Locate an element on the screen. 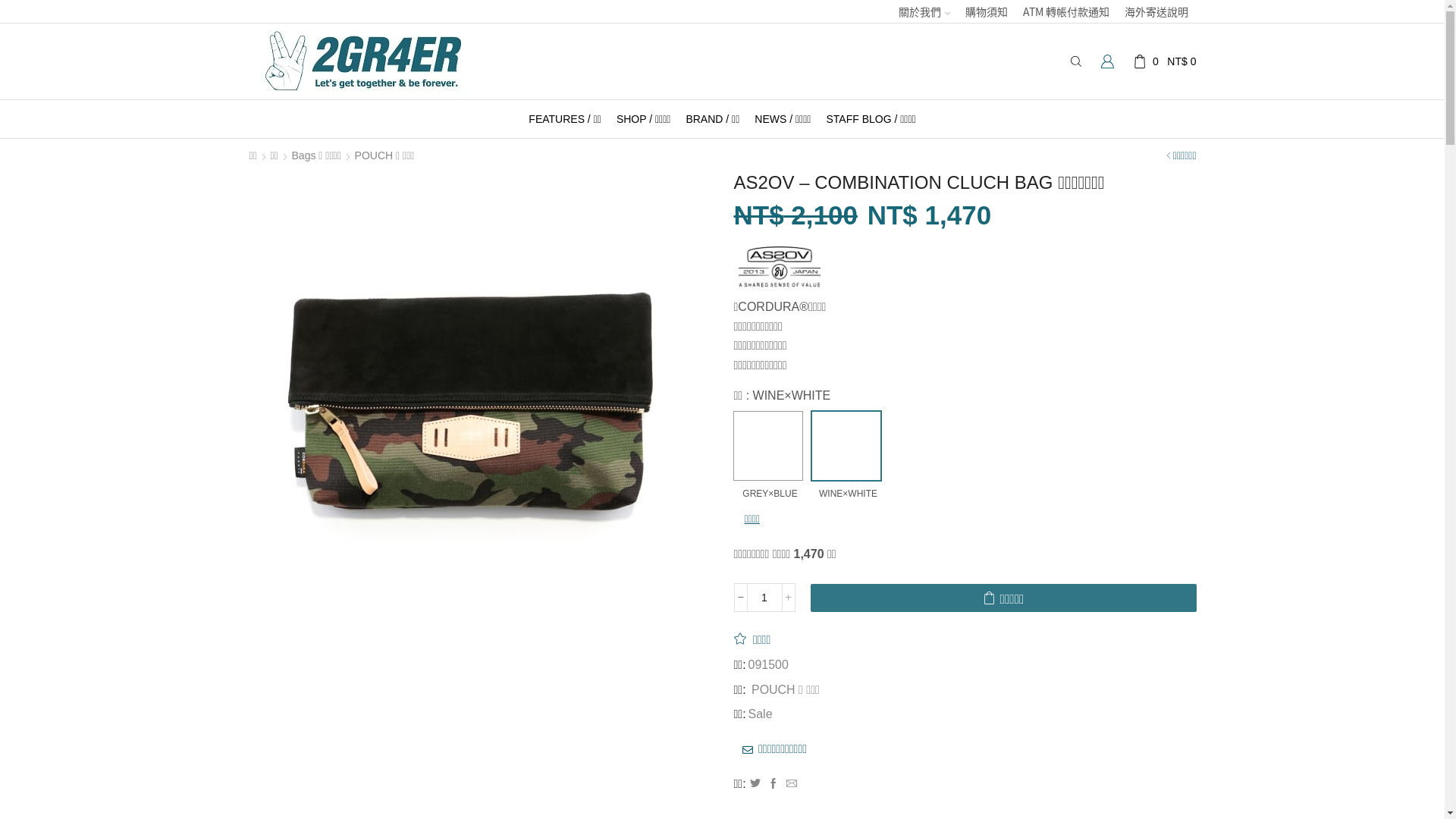 The width and height of the screenshot is (1456, 819). '0 is located at coordinates (1163, 60).